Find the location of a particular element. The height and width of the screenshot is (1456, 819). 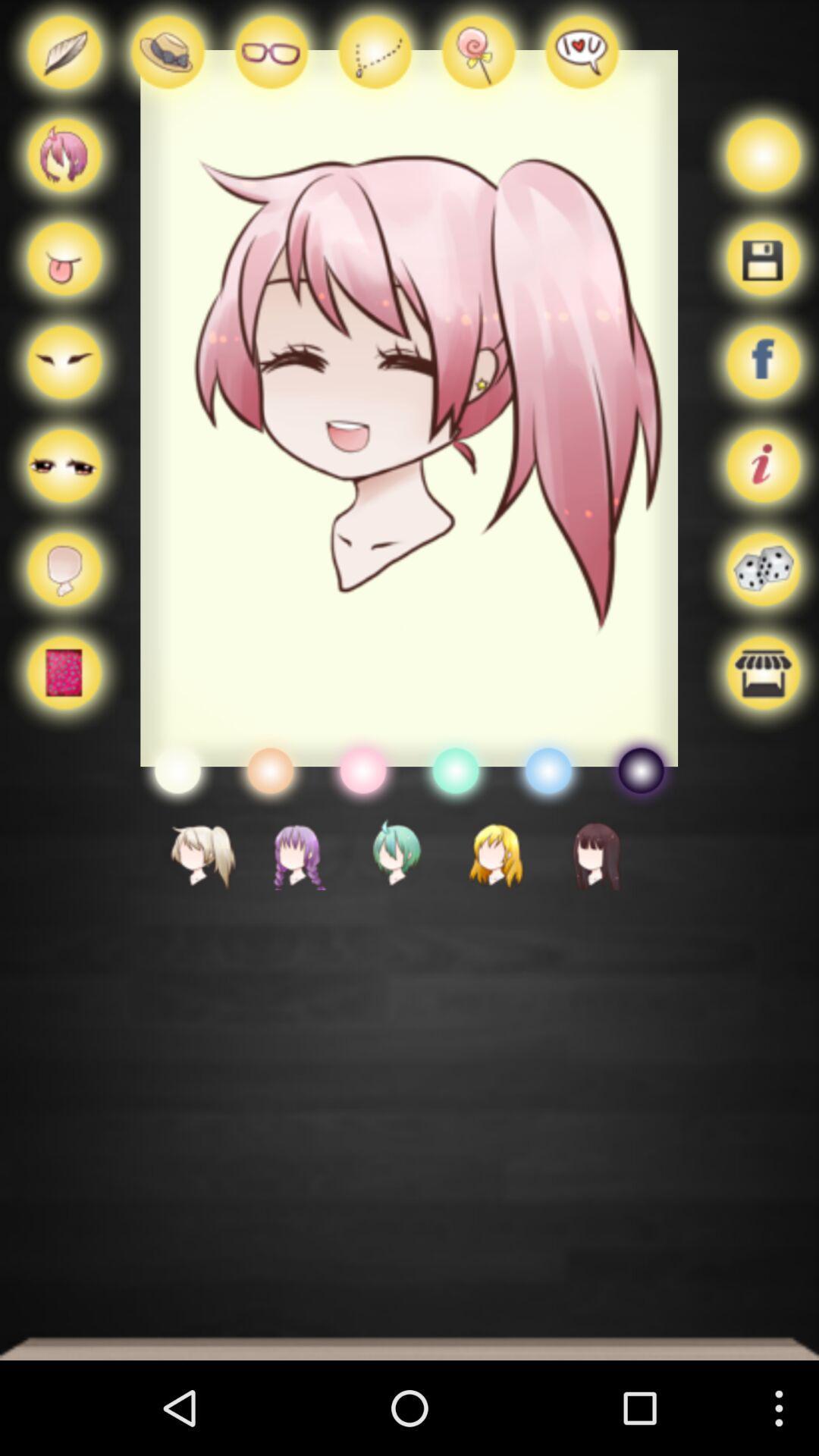

the thumbs_down icon is located at coordinates (374, 61).